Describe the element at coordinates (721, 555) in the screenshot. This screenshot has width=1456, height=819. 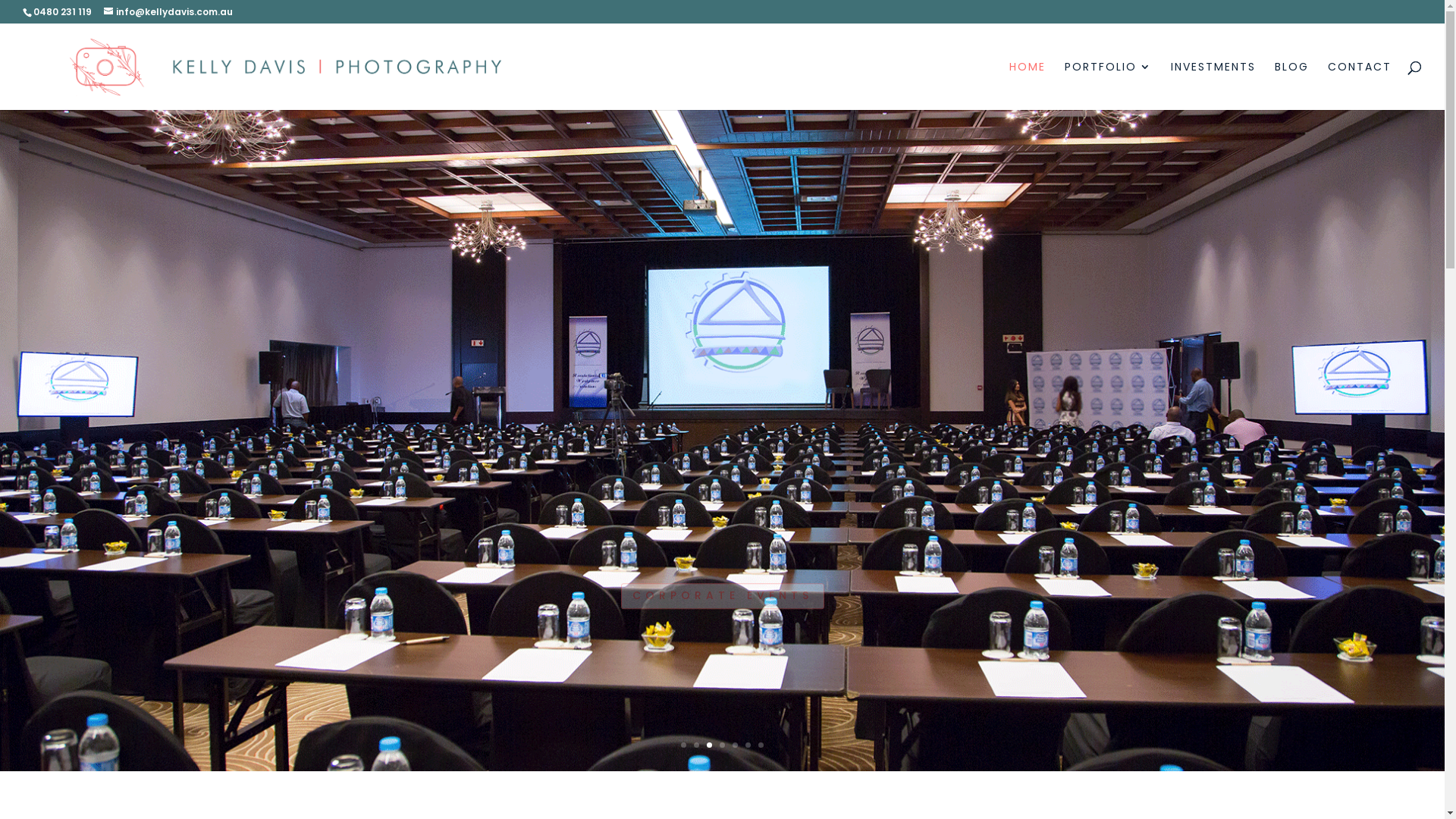
I see `'WEDDINGS'` at that location.